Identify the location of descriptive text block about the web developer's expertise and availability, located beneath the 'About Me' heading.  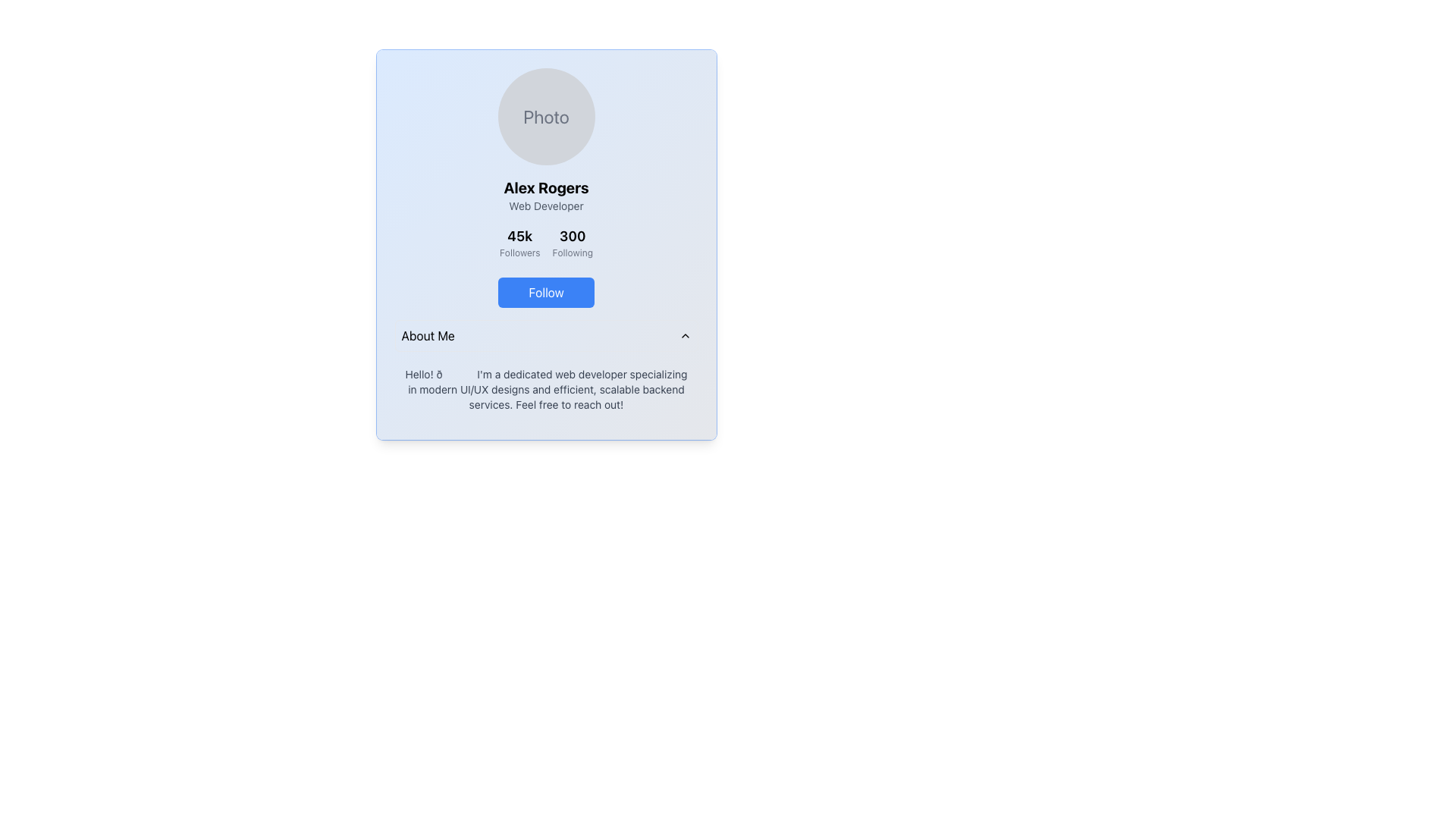
(546, 388).